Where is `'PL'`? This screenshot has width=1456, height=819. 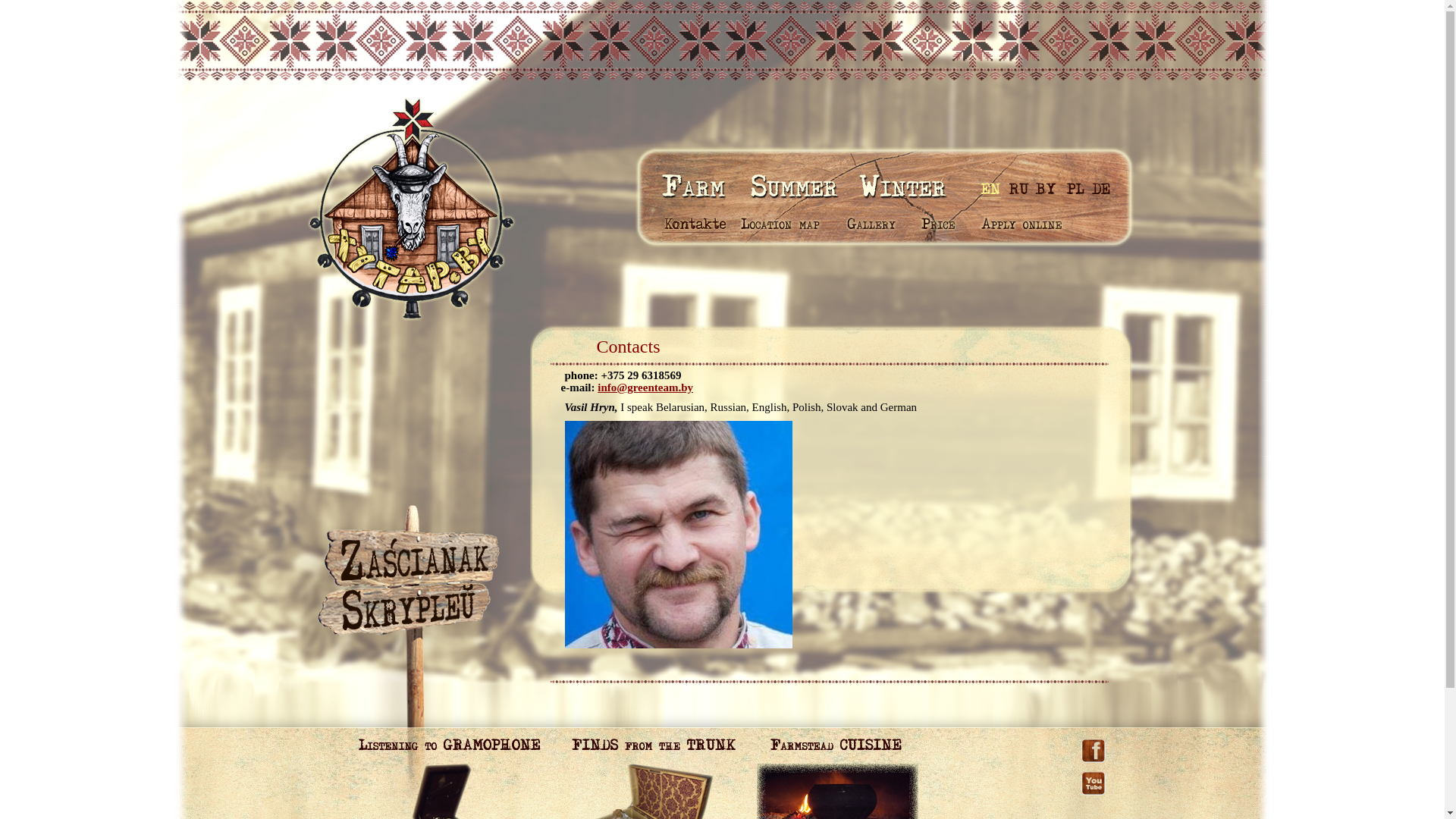
'PL' is located at coordinates (1073, 187).